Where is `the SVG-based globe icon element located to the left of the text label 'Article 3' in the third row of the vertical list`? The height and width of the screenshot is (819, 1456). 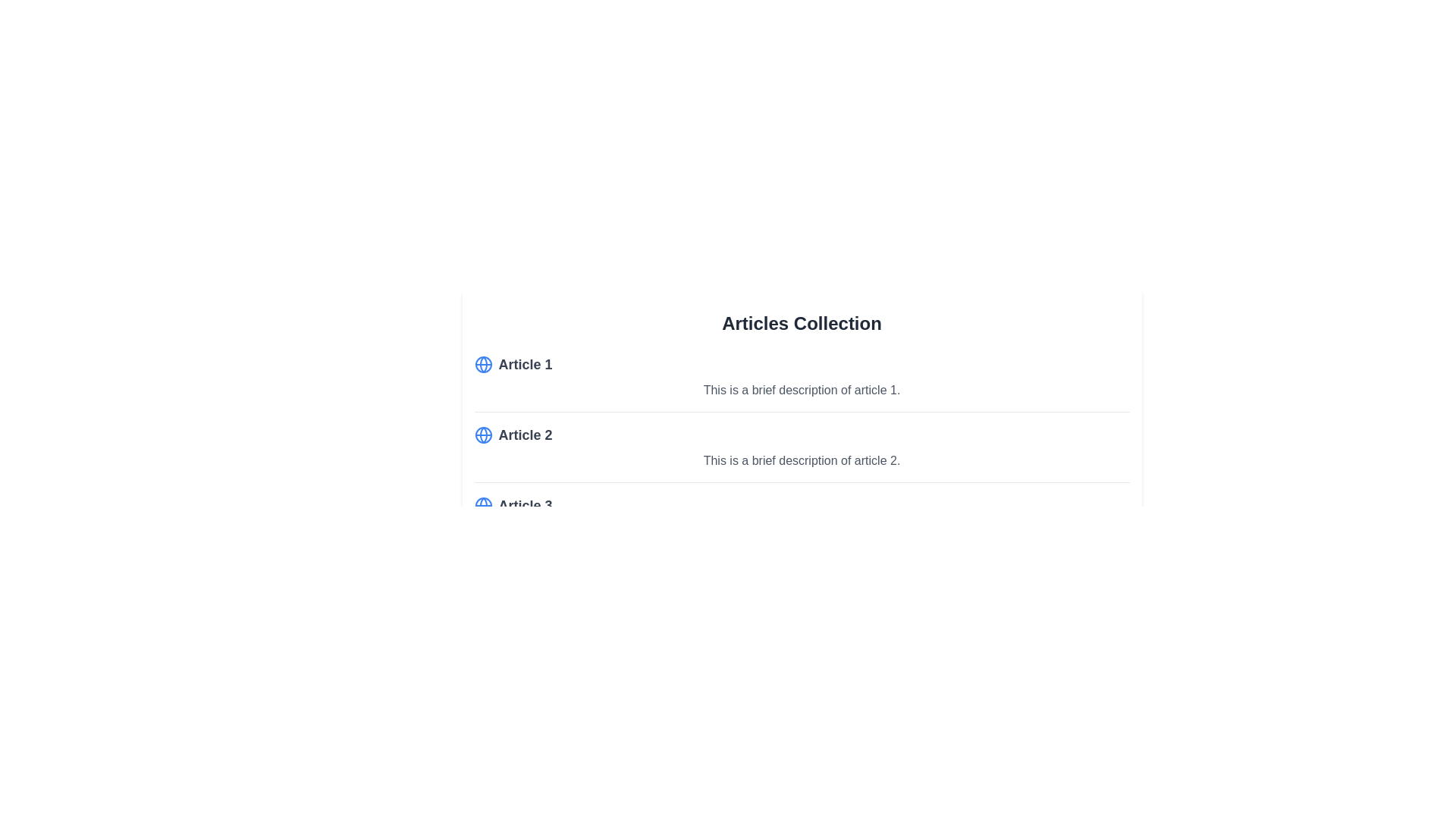
the SVG-based globe icon element located to the left of the text label 'Article 3' in the third row of the vertical list is located at coordinates (482, 506).